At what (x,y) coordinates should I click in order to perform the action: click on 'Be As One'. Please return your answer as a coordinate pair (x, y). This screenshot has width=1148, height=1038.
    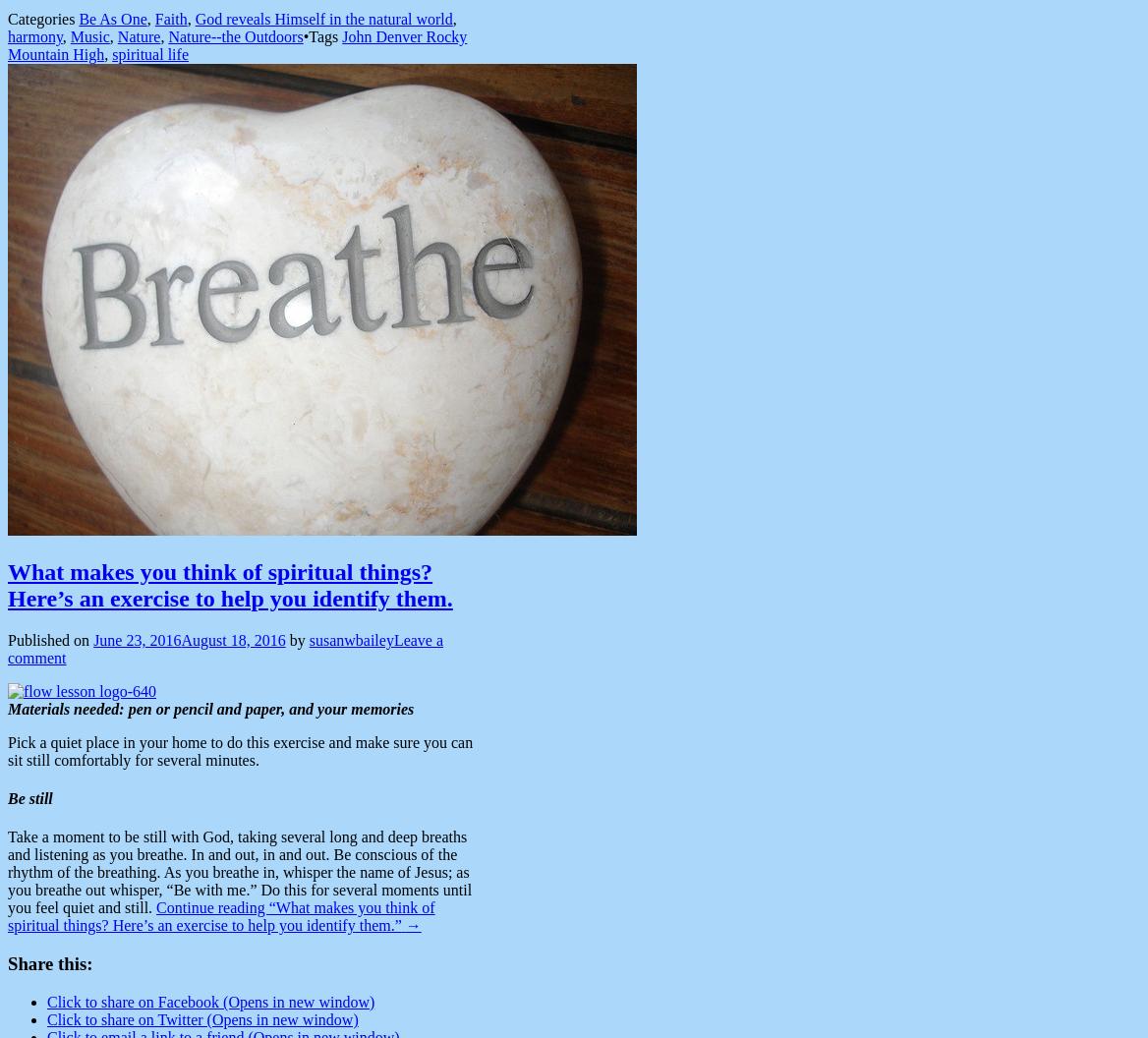
    Looking at the image, I should click on (78, 19).